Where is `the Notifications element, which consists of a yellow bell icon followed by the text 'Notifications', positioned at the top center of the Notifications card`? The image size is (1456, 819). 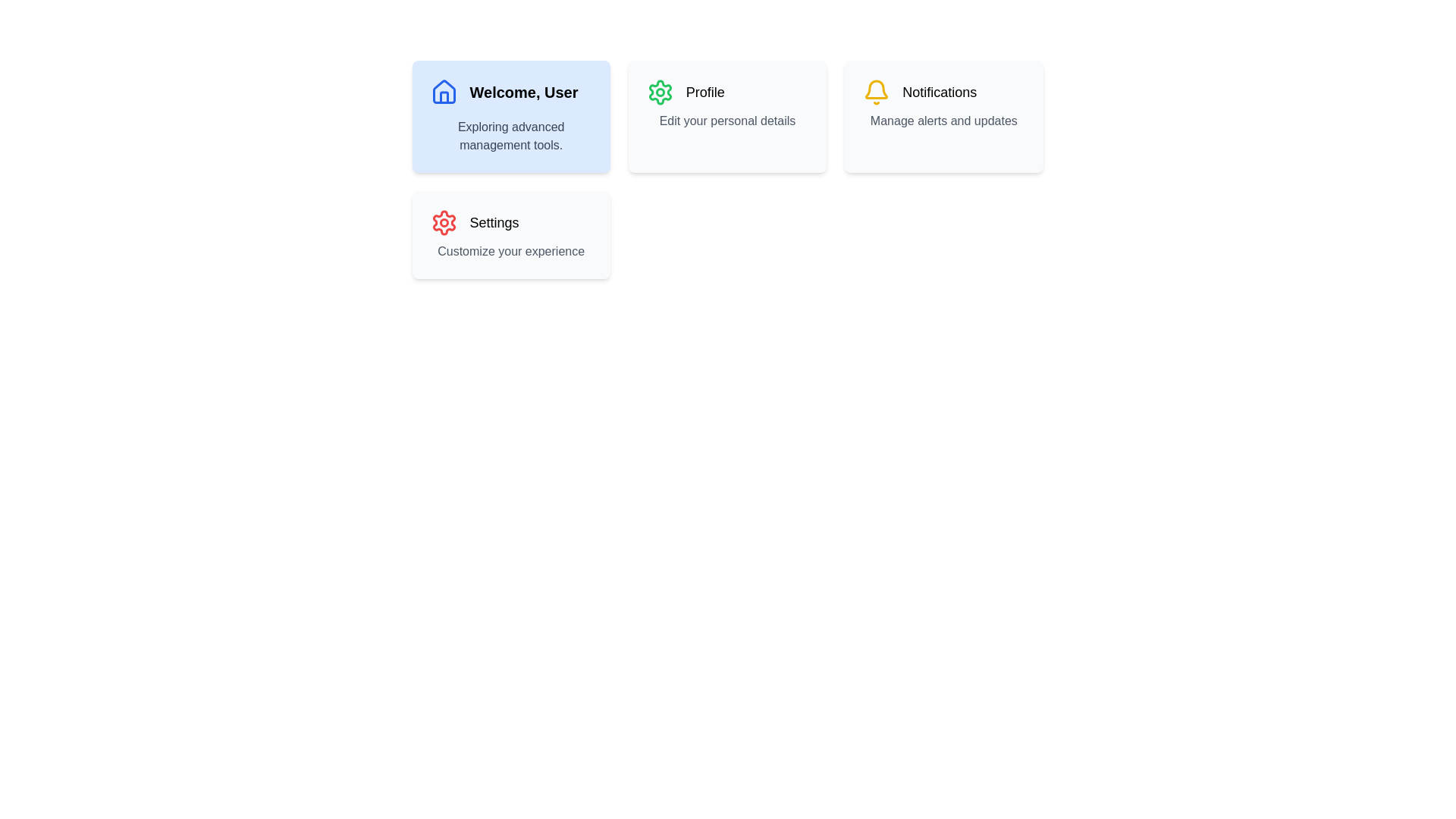
the Notifications element, which consists of a yellow bell icon followed by the text 'Notifications', positioned at the top center of the Notifications card is located at coordinates (943, 93).